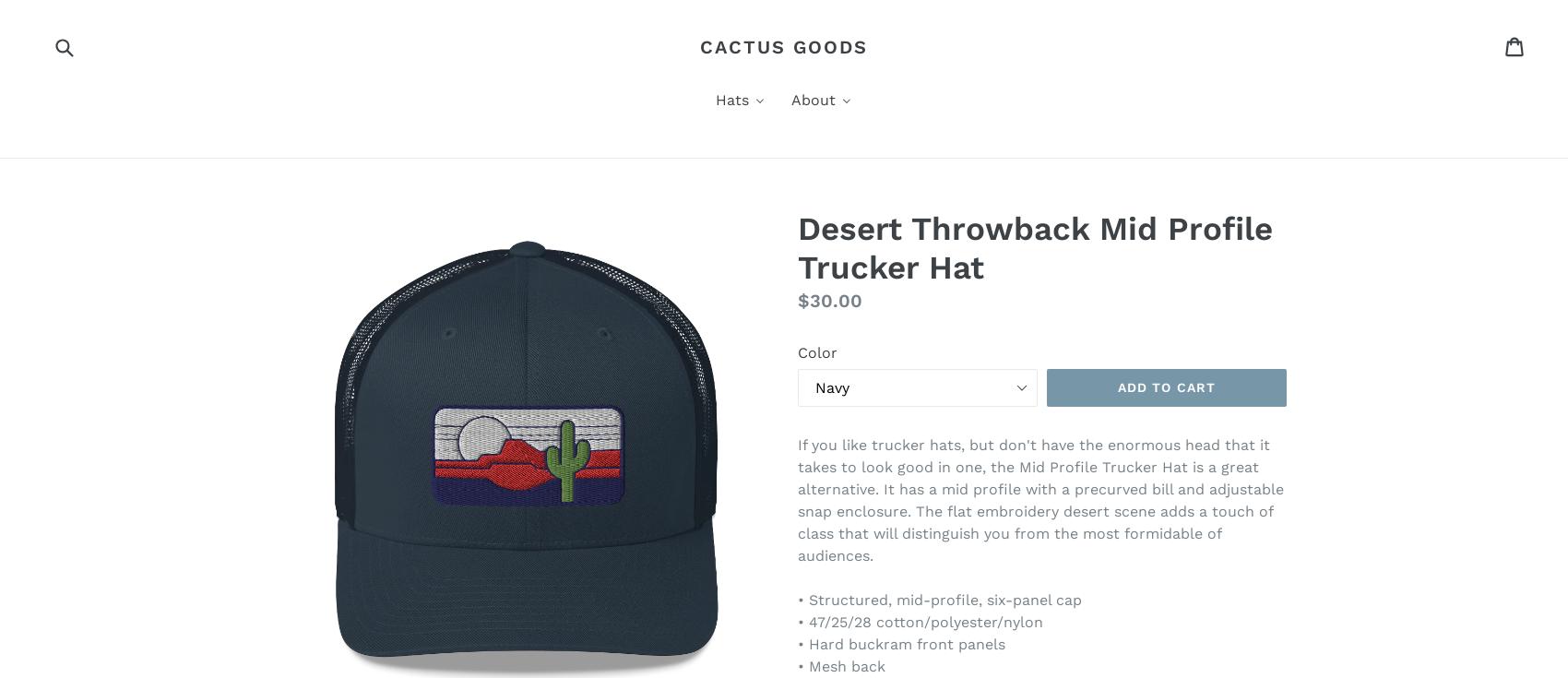  What do you see at coordinates (841, 666) in the screenshot?
I see `'• Mesh back'` at bounding box center [841, 666].